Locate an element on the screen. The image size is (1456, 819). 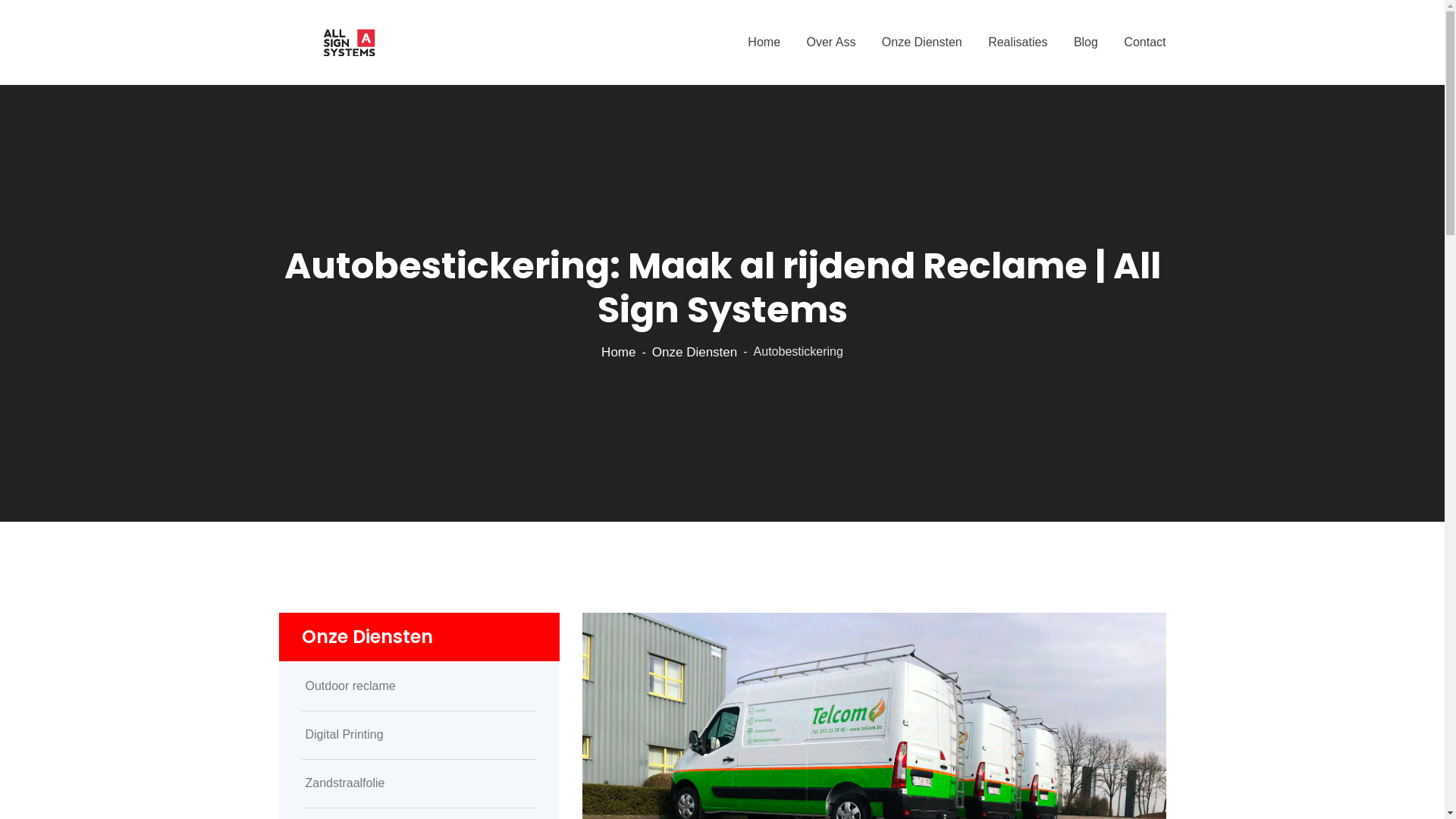
'Outdoor reclame' is located at coordinates (419, 686).